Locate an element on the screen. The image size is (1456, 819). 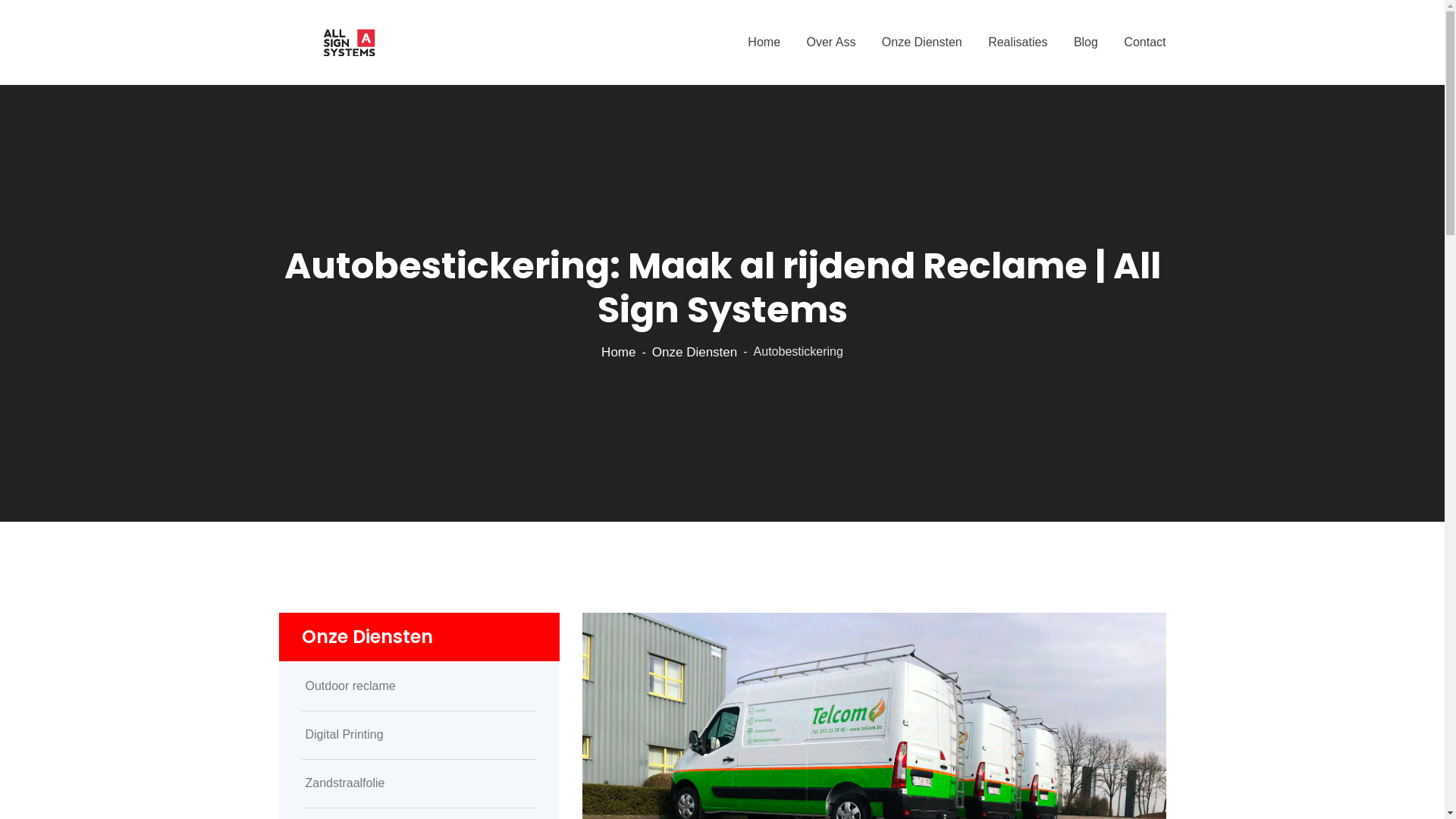
'Outdoor reclame' is located at coordinates (419, 686).